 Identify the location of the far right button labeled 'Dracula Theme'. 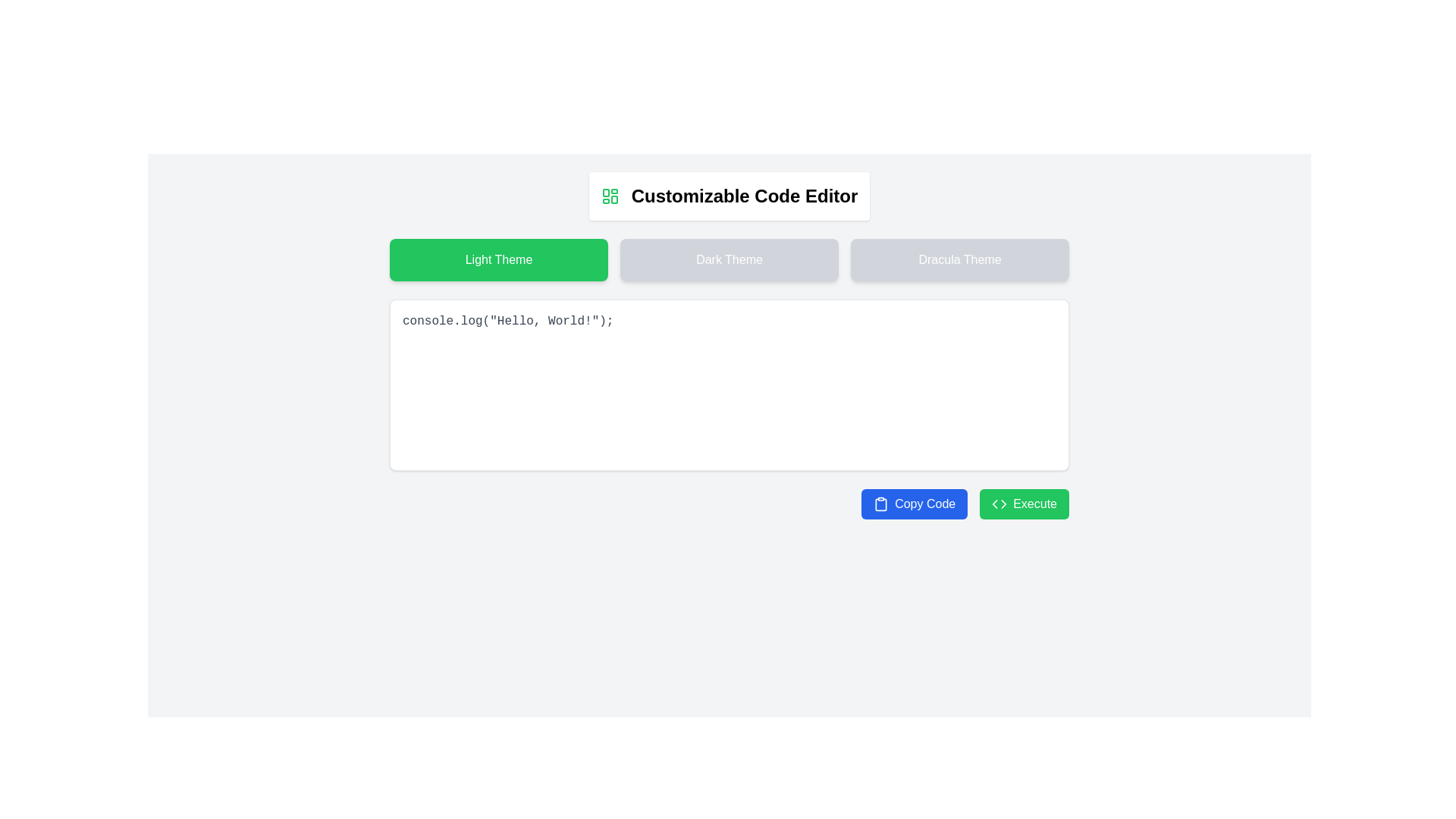
(959, 259).